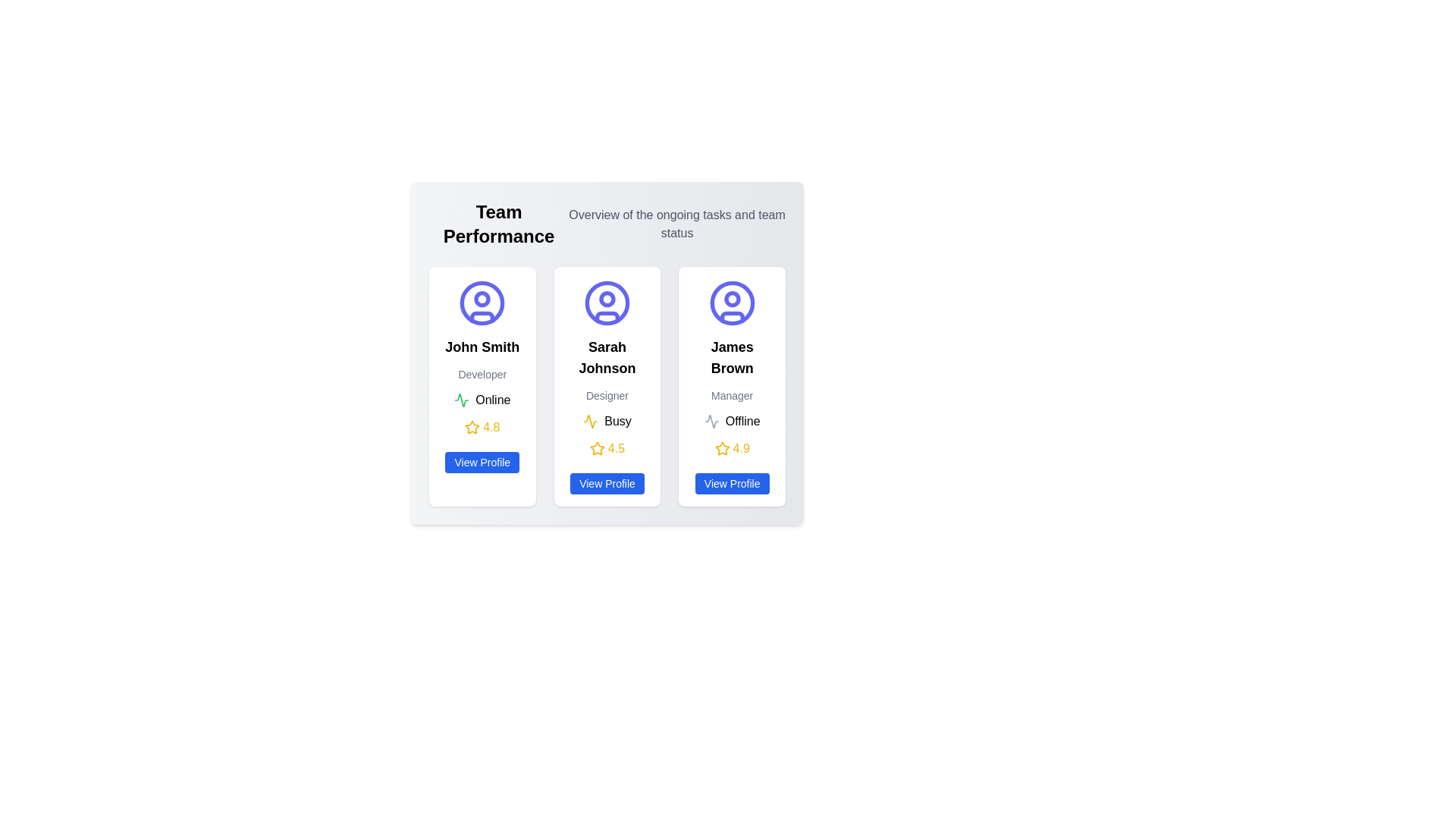  Describe the element at coordinates (482, 400) in the screenshot. I see `status text 'Online' from the Status label with a green waveform icon located beneath the 'Developer' title in the first card of the three-card layout` at that location.